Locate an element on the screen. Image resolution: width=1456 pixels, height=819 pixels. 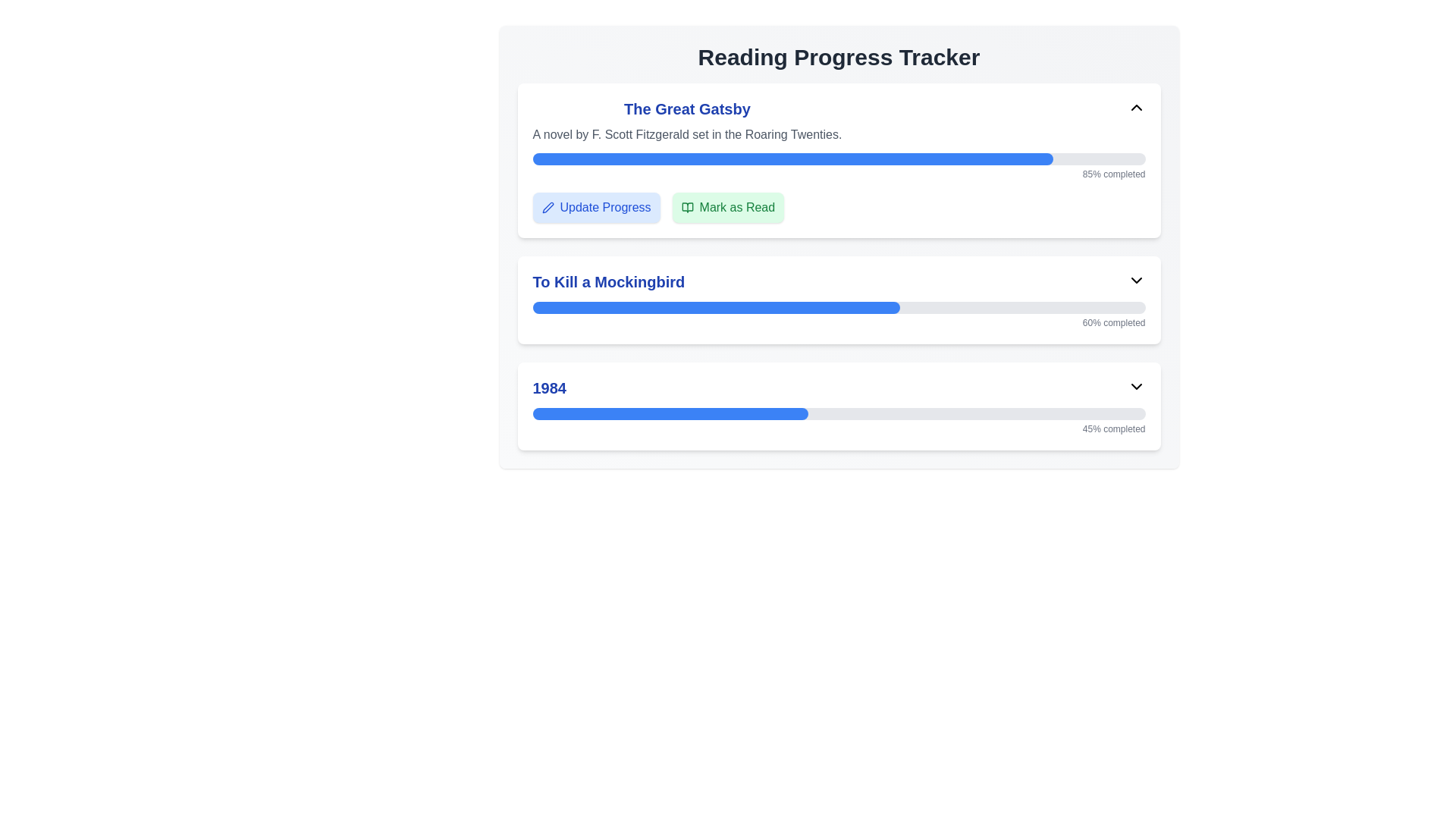
the filled portion of the progress bar indicating 60% completion for the book 'To Kill a Mockingbird' within the progress tracker interface is located at coordinates (715, 307).